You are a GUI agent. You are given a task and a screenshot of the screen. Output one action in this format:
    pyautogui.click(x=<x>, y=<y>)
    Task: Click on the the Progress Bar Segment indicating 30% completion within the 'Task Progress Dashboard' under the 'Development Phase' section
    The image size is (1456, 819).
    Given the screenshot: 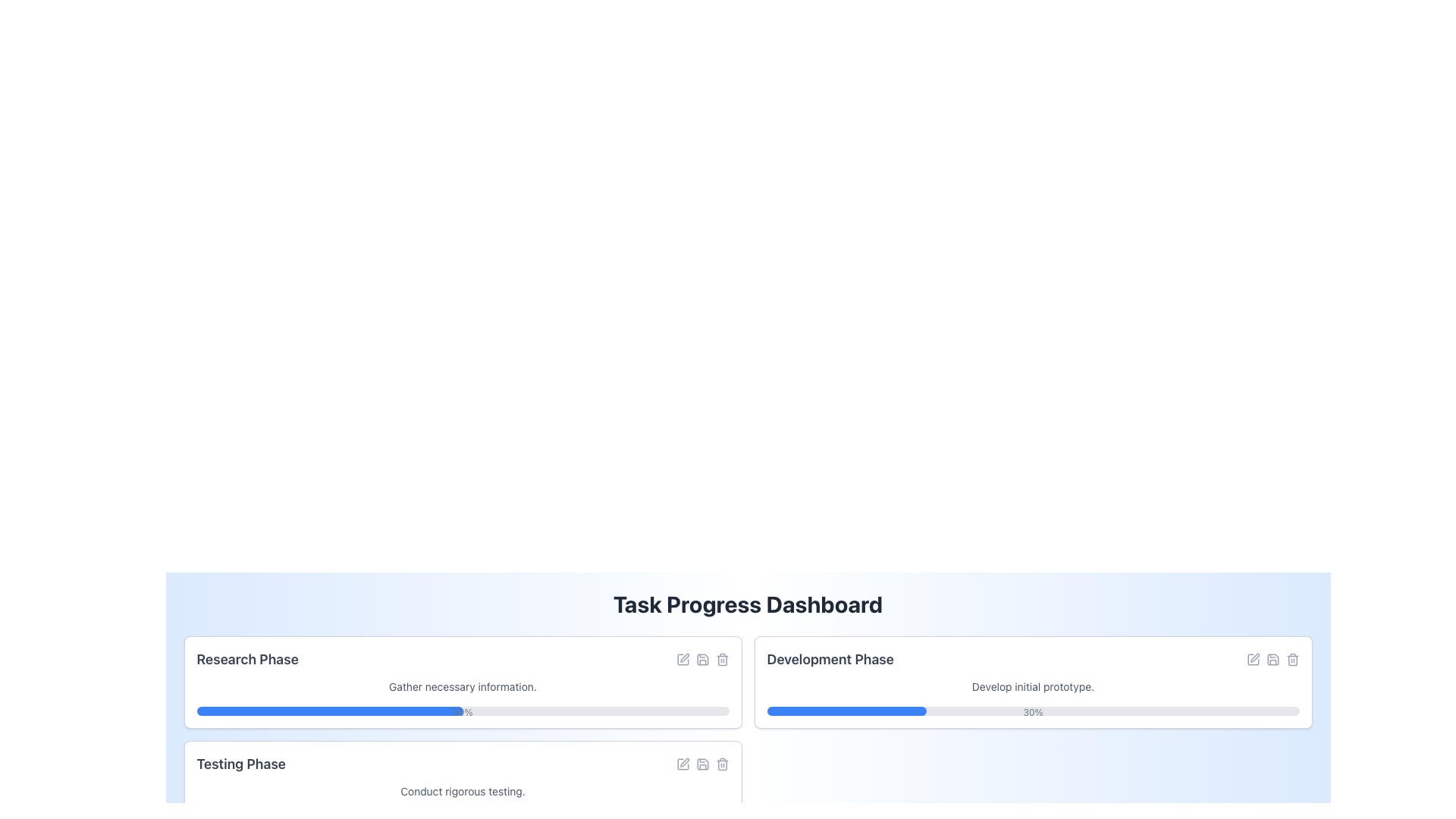 What is the action you would take?
    pyautogui.click(x=846, y=711)
    